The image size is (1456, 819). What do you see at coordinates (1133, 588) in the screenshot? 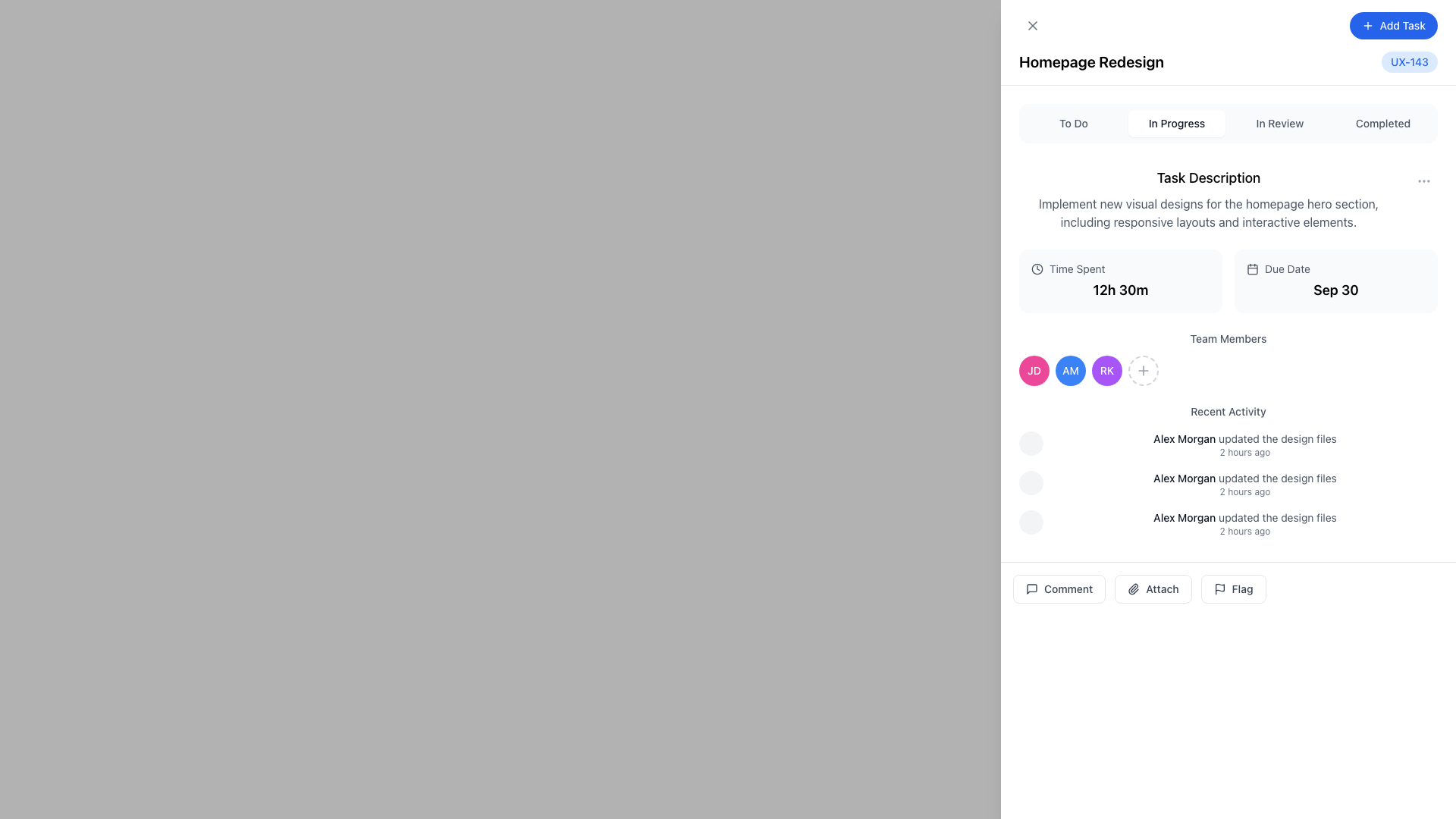
I see `the paperclip icon within the 'Attach' button` at bounding box center [1133, 588].